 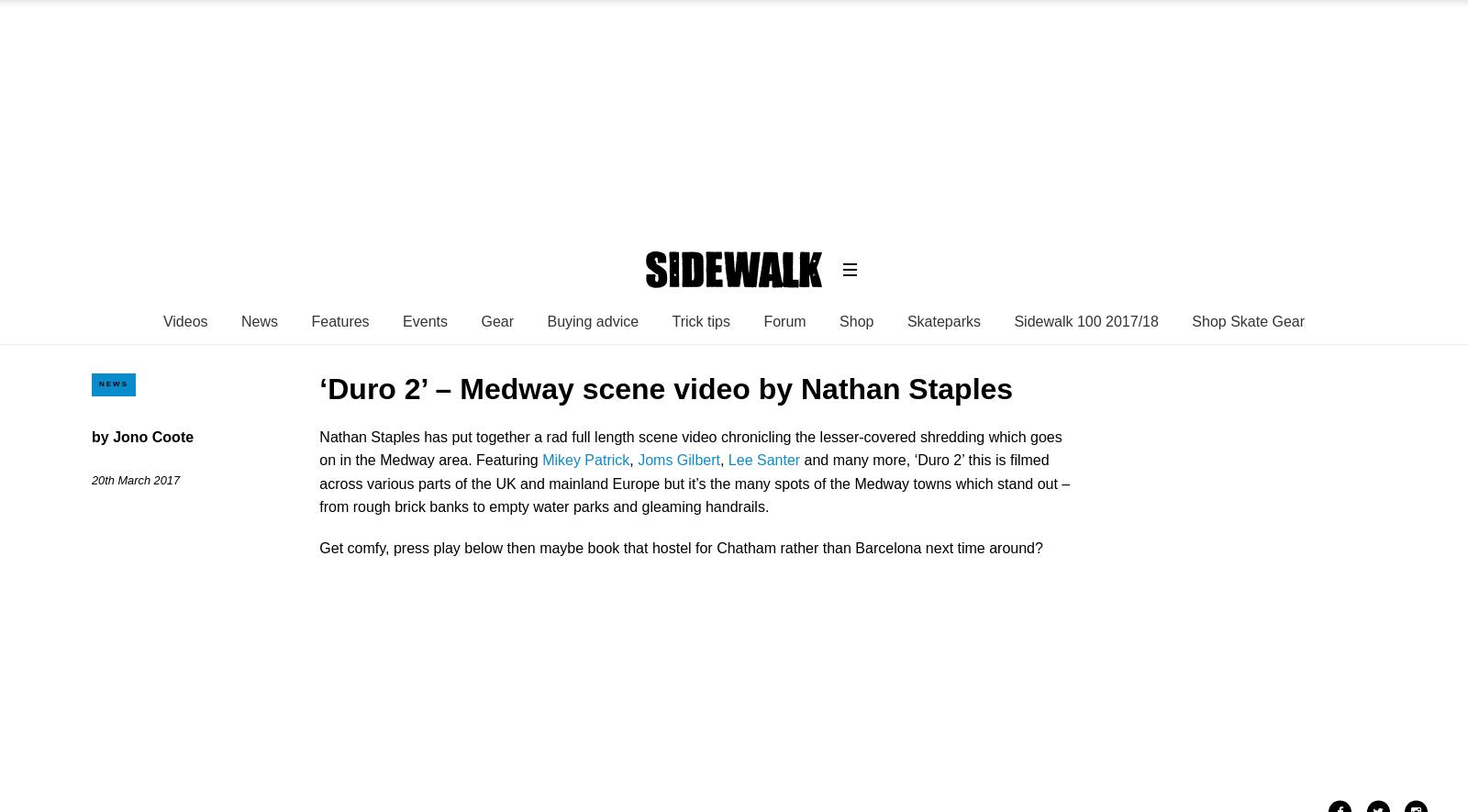 What do you see at coordinates (694, 483) in the screenshot?
I see `'and many more, ‘Duro 2’ this is filmed across various parts of the UK and mainland Europe but it’s the many spots of the Medway towns which stand out – from rough brick banks to empty water parks and gleaming handrails.'` at bounding box center [694, 483].